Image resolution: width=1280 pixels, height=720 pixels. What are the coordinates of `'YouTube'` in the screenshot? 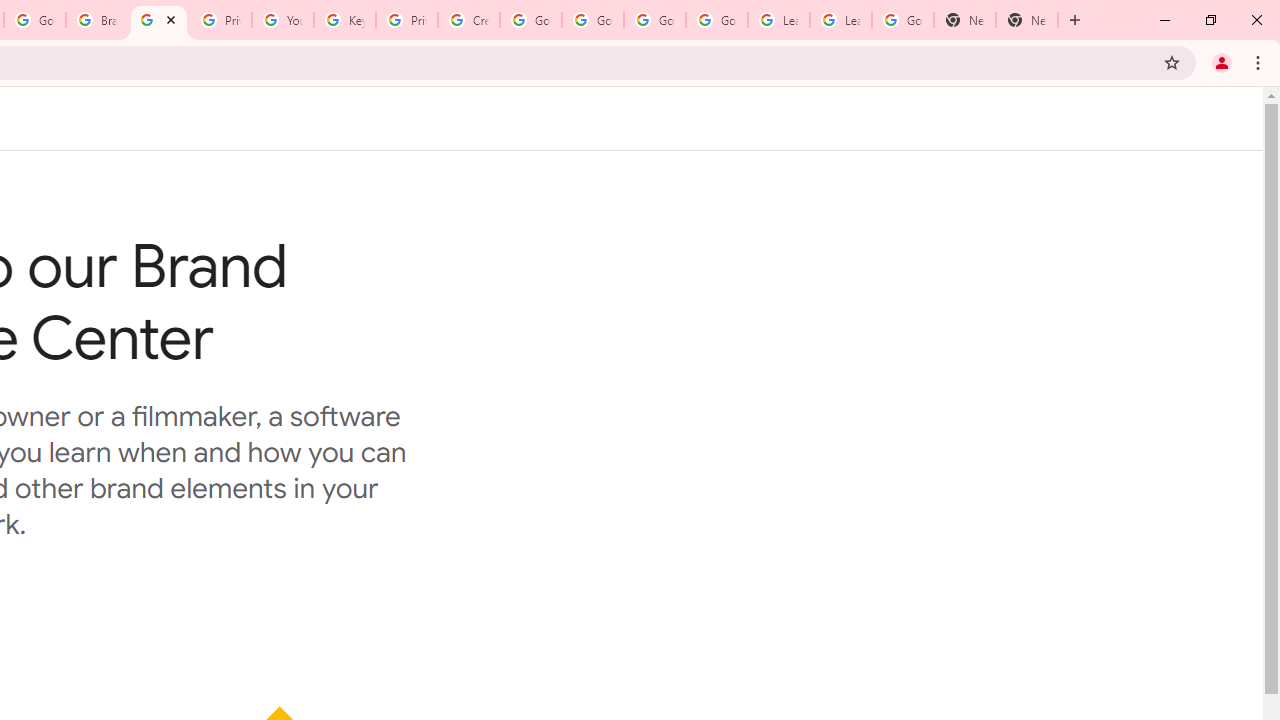 It's located at (281, 20).